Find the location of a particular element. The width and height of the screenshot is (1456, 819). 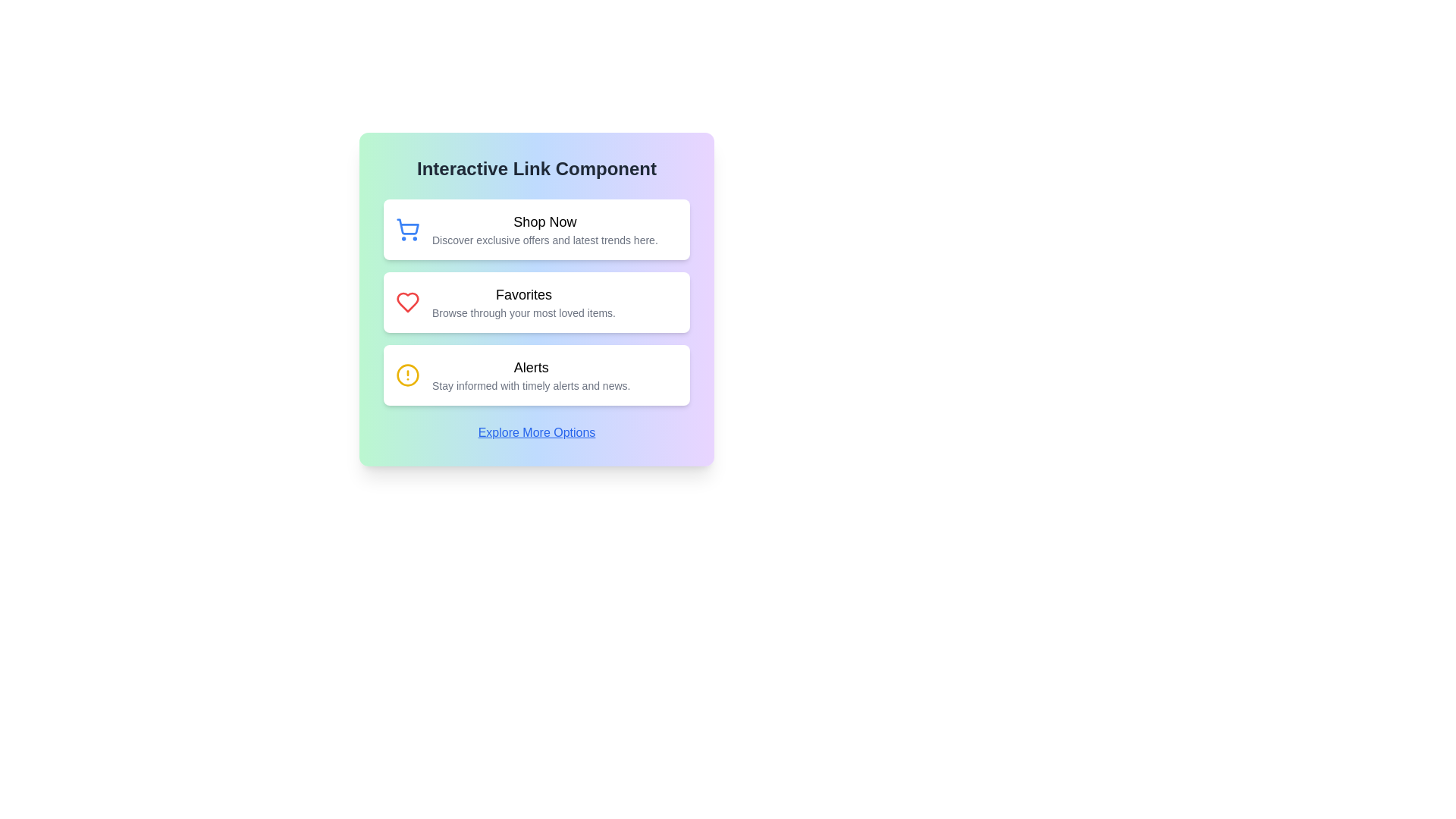

the heart icon representing favorites, located to the left of the 'Favorites' text label in the second option row is located at coordinates (407, 302).